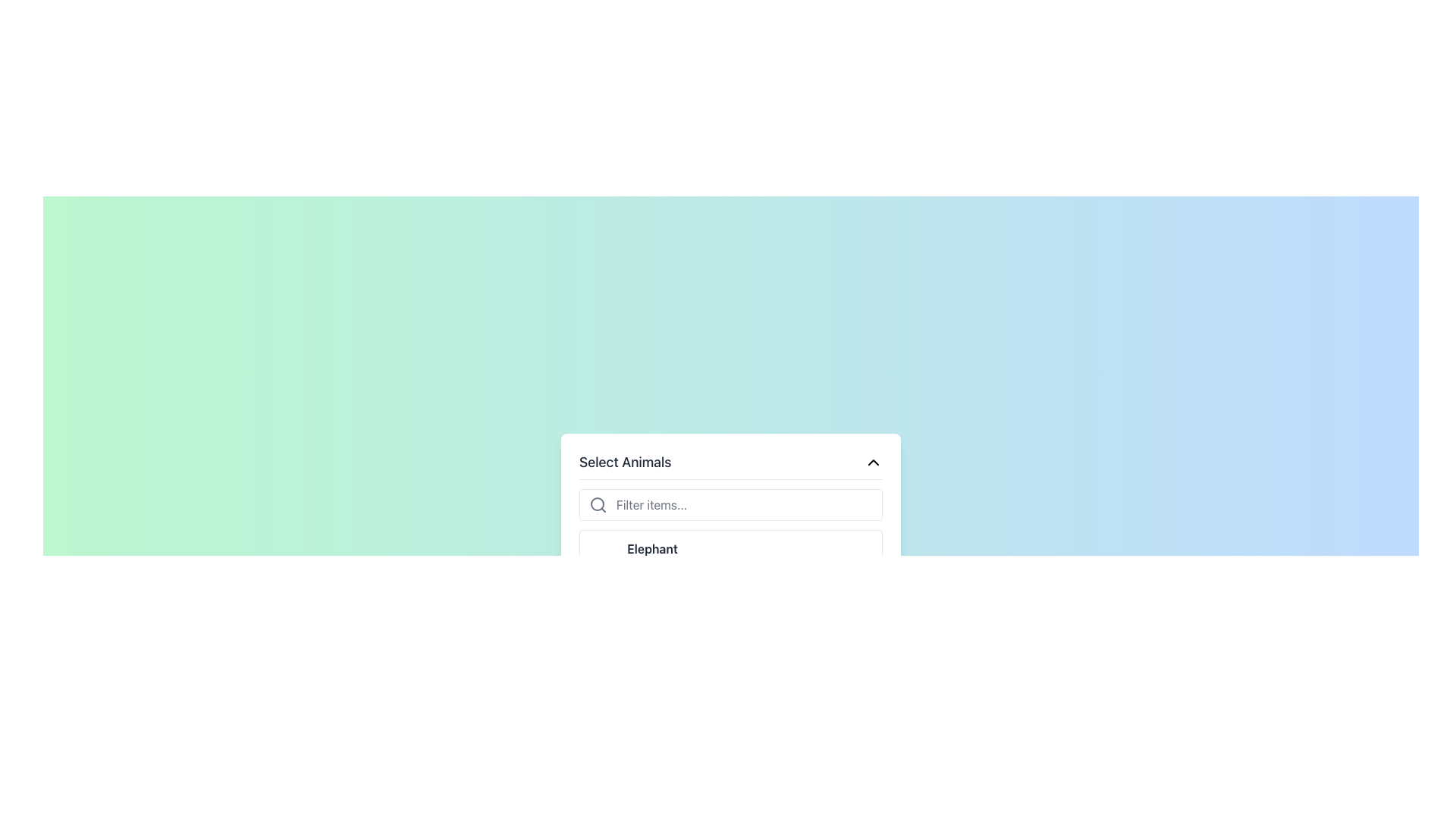  Describe the element at coordinates (874, 461) in the screenshot. I see `the downward-pointing chevron icon located in the top-right corner of the 'Select Animals' dropdown header` at that location.